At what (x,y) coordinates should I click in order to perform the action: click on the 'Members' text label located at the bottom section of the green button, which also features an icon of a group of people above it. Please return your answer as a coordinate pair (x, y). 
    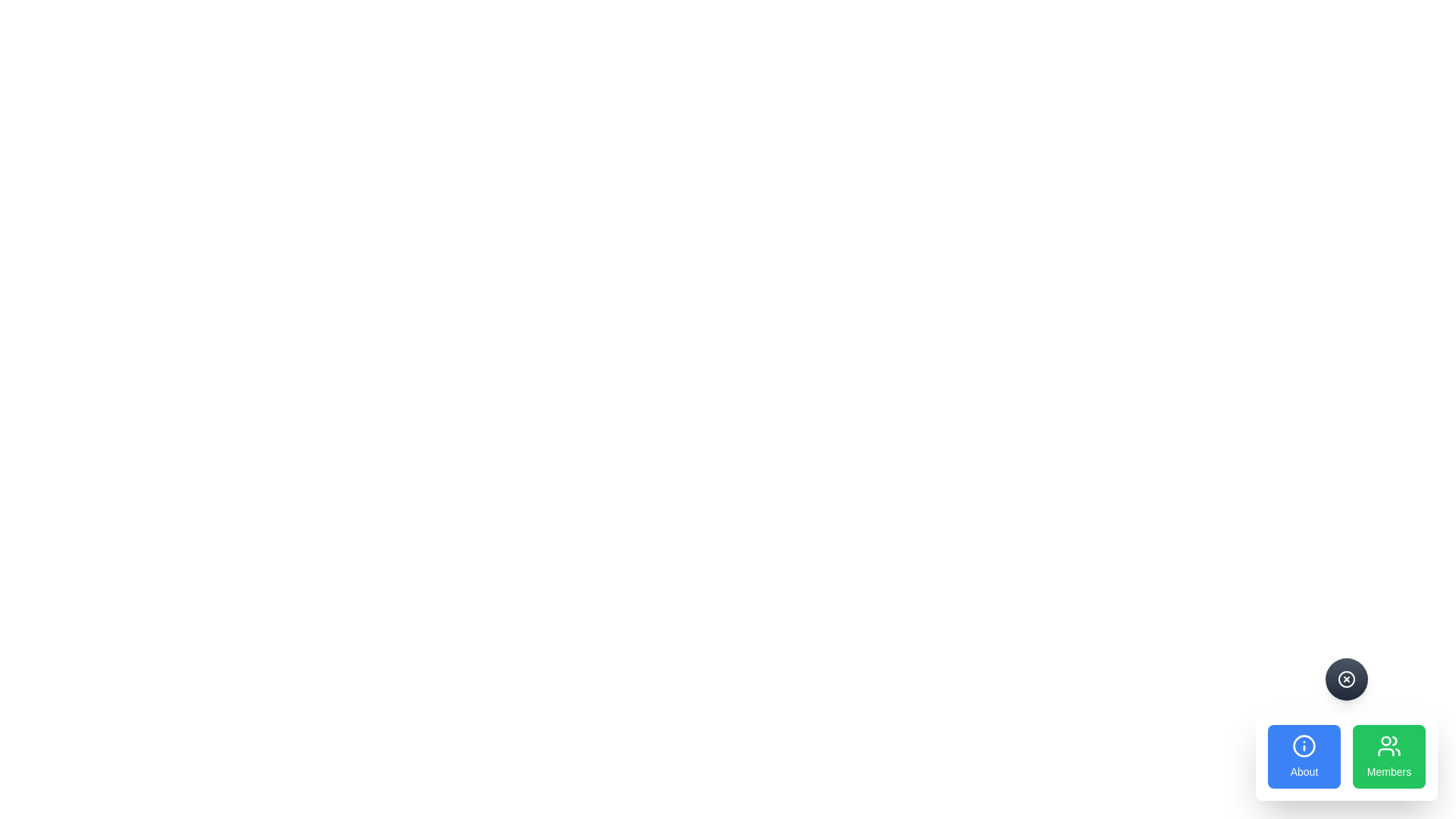
    Looking at the image, I should click on (1389, 772).